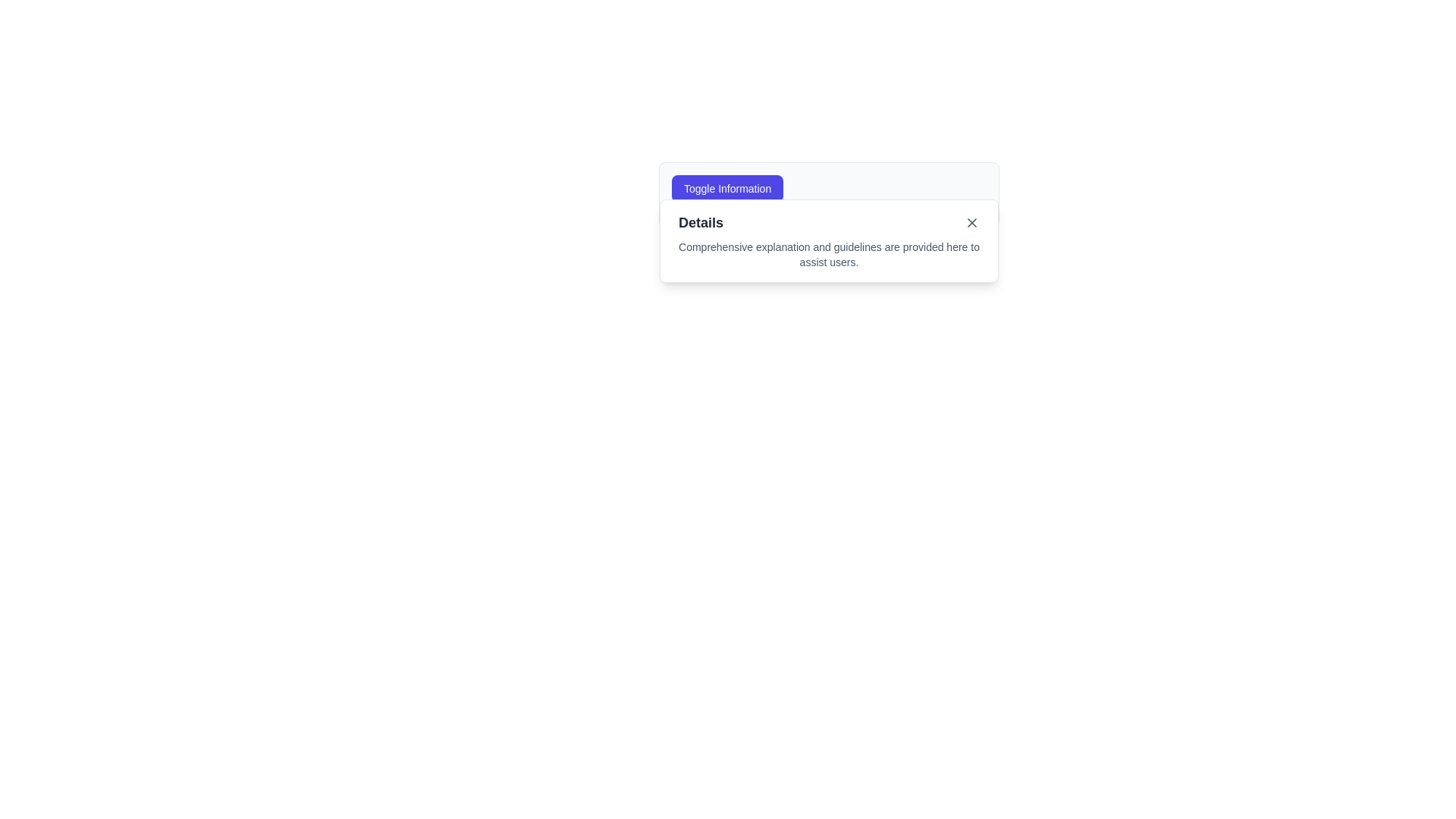 The width and height of the screenshot is (1456, 819). What do you see at coordinates (726, 188) in the screenshot?
I see `the rectangular button with a purple background and white text reading 'Toggle Information'` at bounding box center [726, 188].